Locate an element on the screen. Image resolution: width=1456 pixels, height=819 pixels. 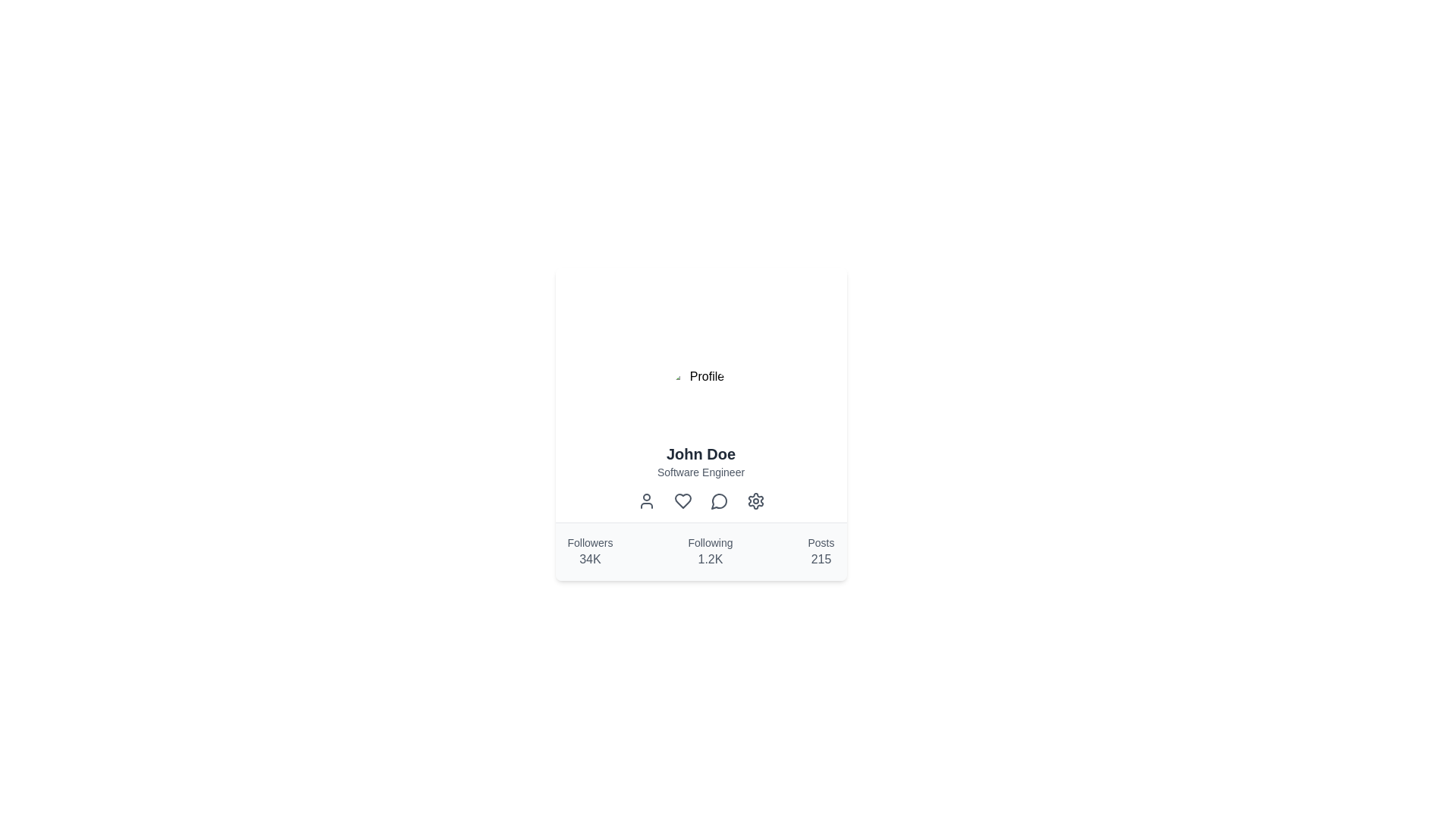
the count display for the 'Following' category, which shows '1.2K', located in the bottom section of the card layout, between 'Followers' and 'Posts' is located at coordinates (709, 559).